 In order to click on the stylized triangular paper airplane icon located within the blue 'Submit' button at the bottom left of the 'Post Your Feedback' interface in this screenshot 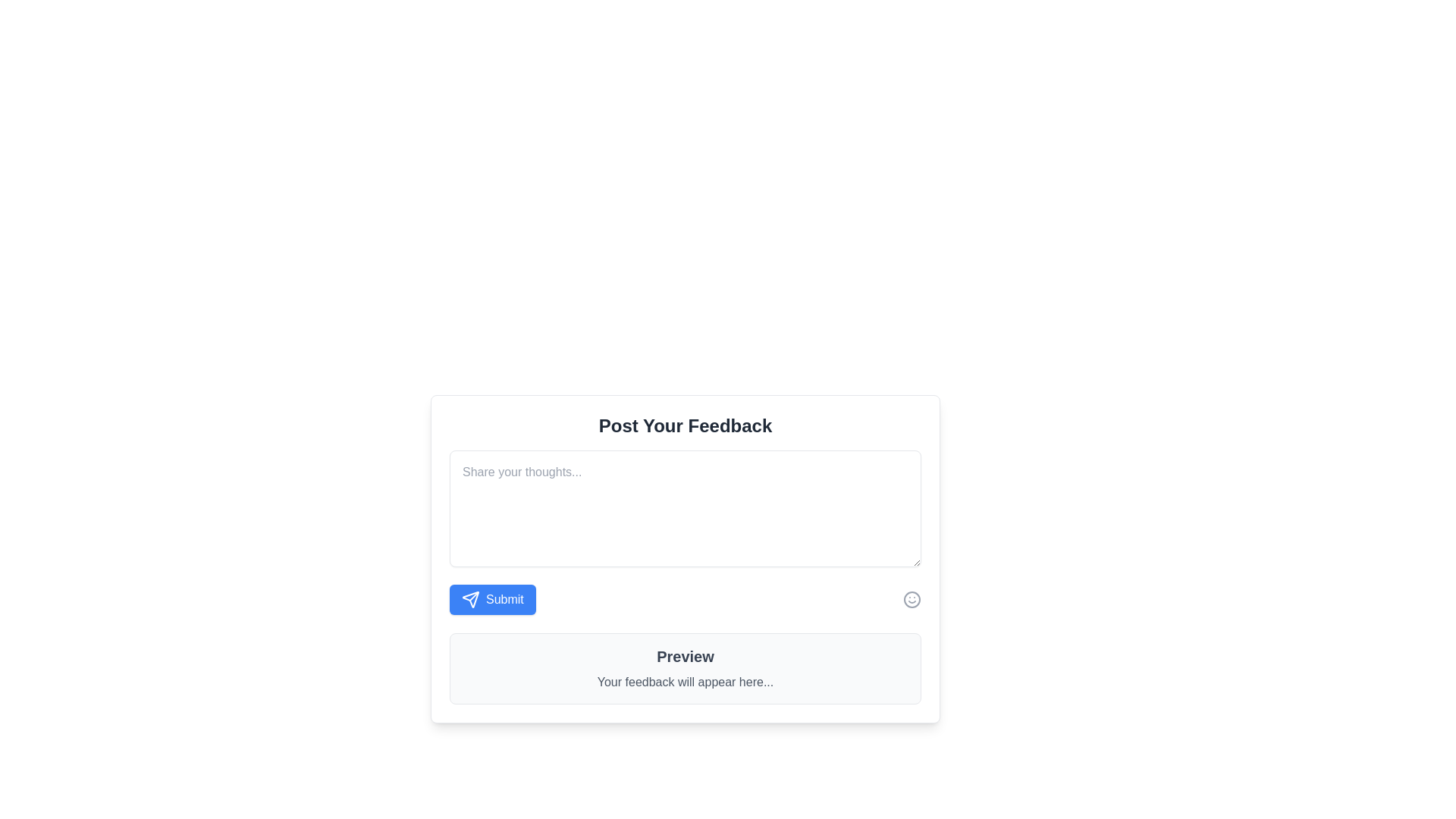, I will do `click(469, 598)`.